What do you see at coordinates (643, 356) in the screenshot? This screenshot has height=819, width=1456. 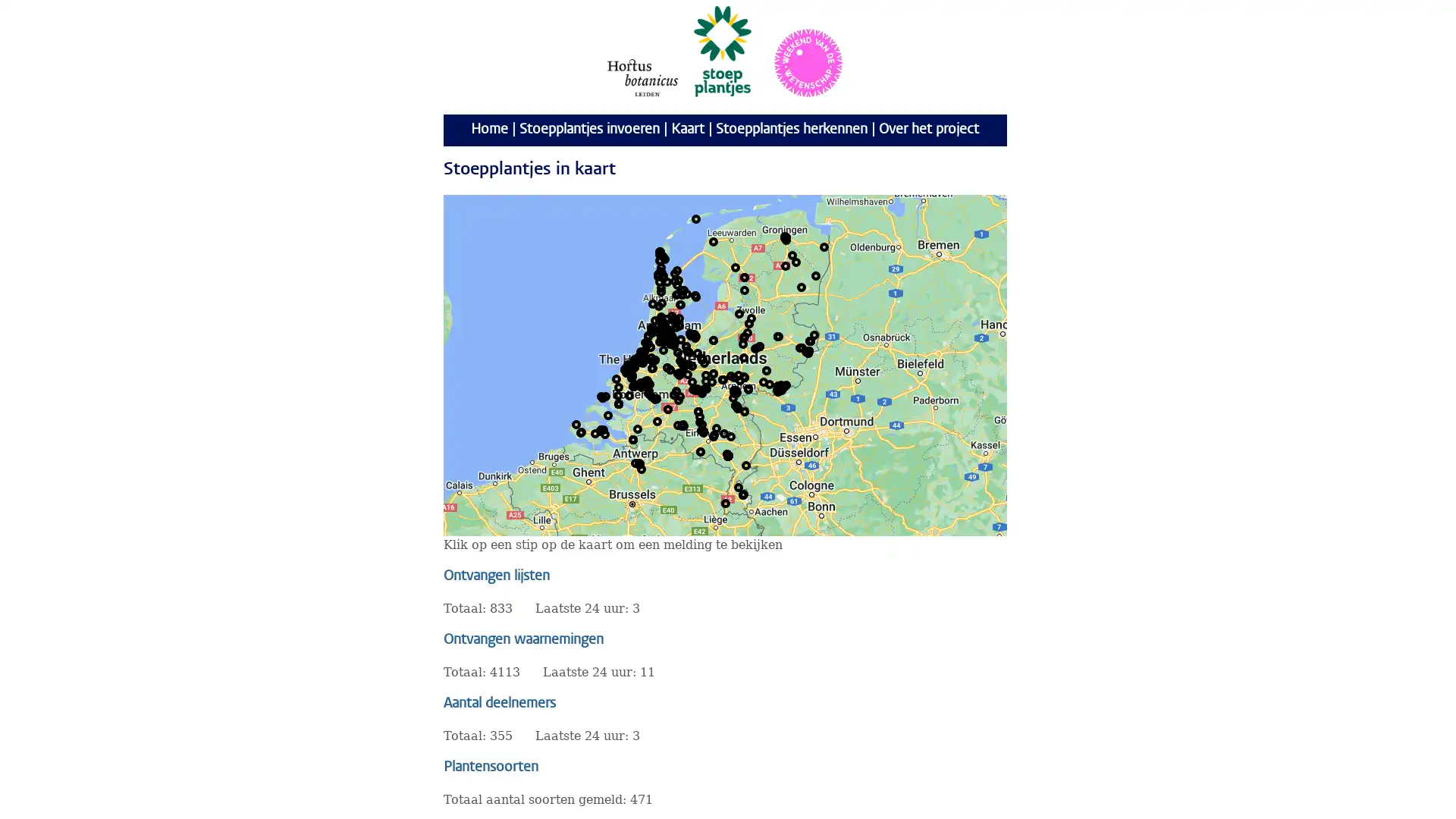 I see `Telling van Gerda van Uffelen op 17 februari 2022` at bounding box center [643, 356].